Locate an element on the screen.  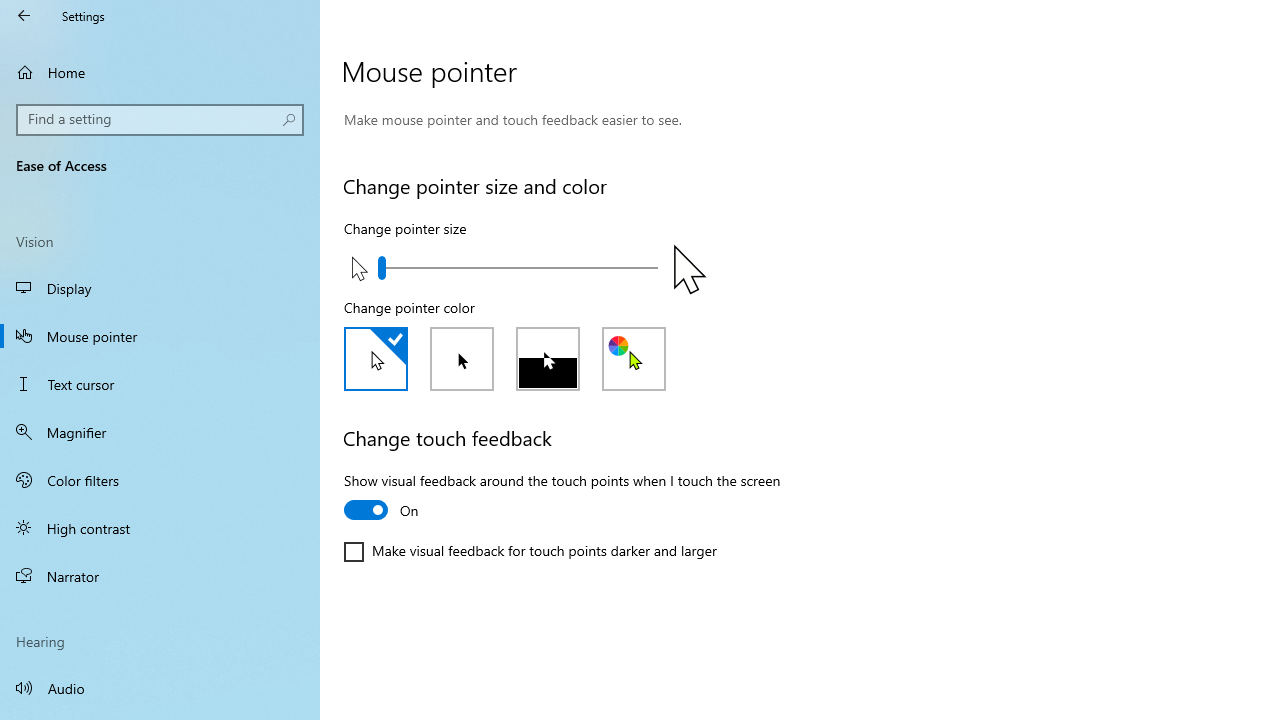
'Narrator' is located at coordinates (160, 576).